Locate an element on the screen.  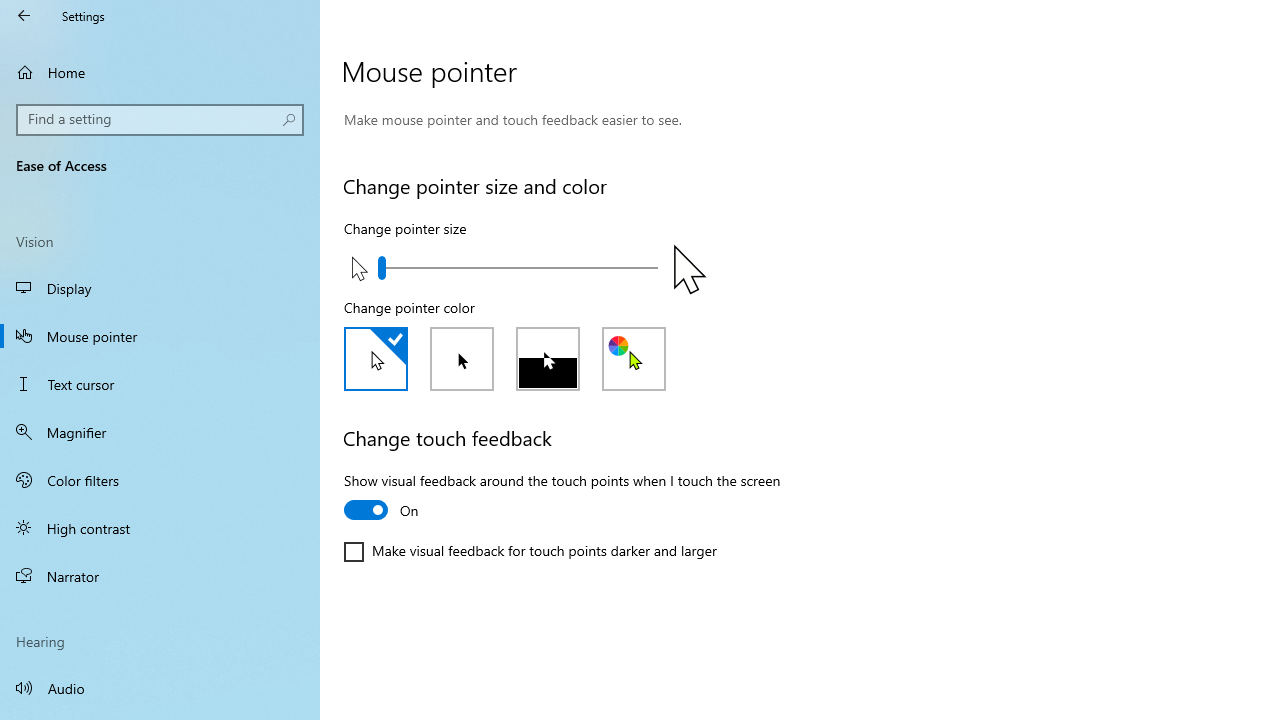
'Narrator' is located at coordinates (160, 576).